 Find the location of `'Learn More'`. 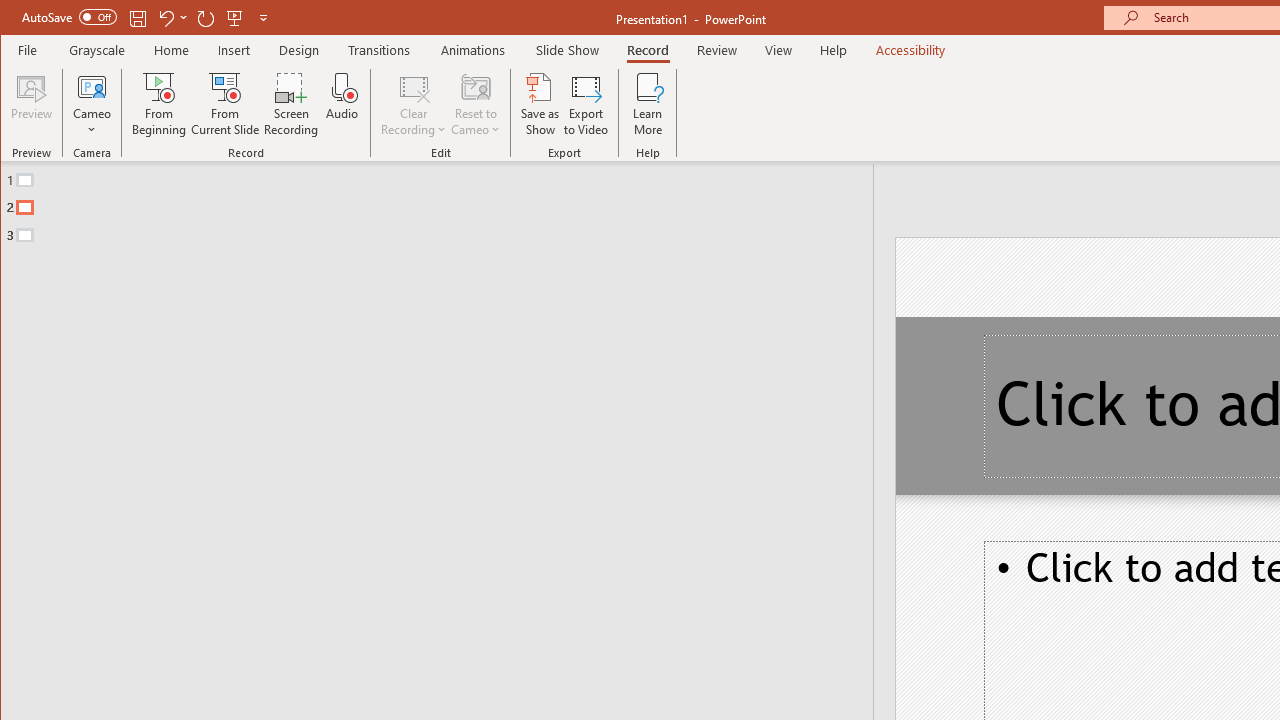

'Learn More' is located at coordinates (648, 104).